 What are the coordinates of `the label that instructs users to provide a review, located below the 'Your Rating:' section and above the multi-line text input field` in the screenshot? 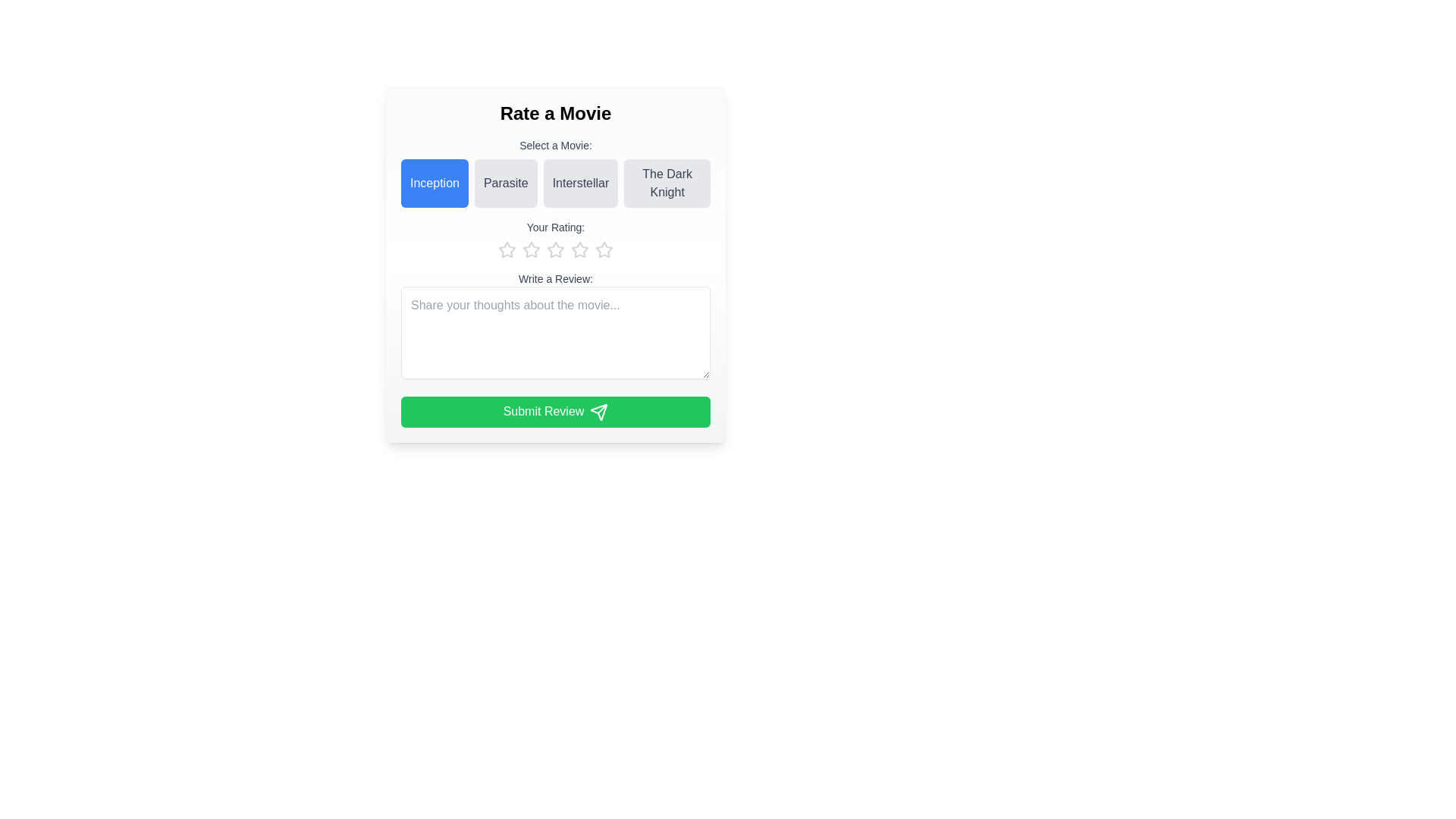 It's located at (555, 278).